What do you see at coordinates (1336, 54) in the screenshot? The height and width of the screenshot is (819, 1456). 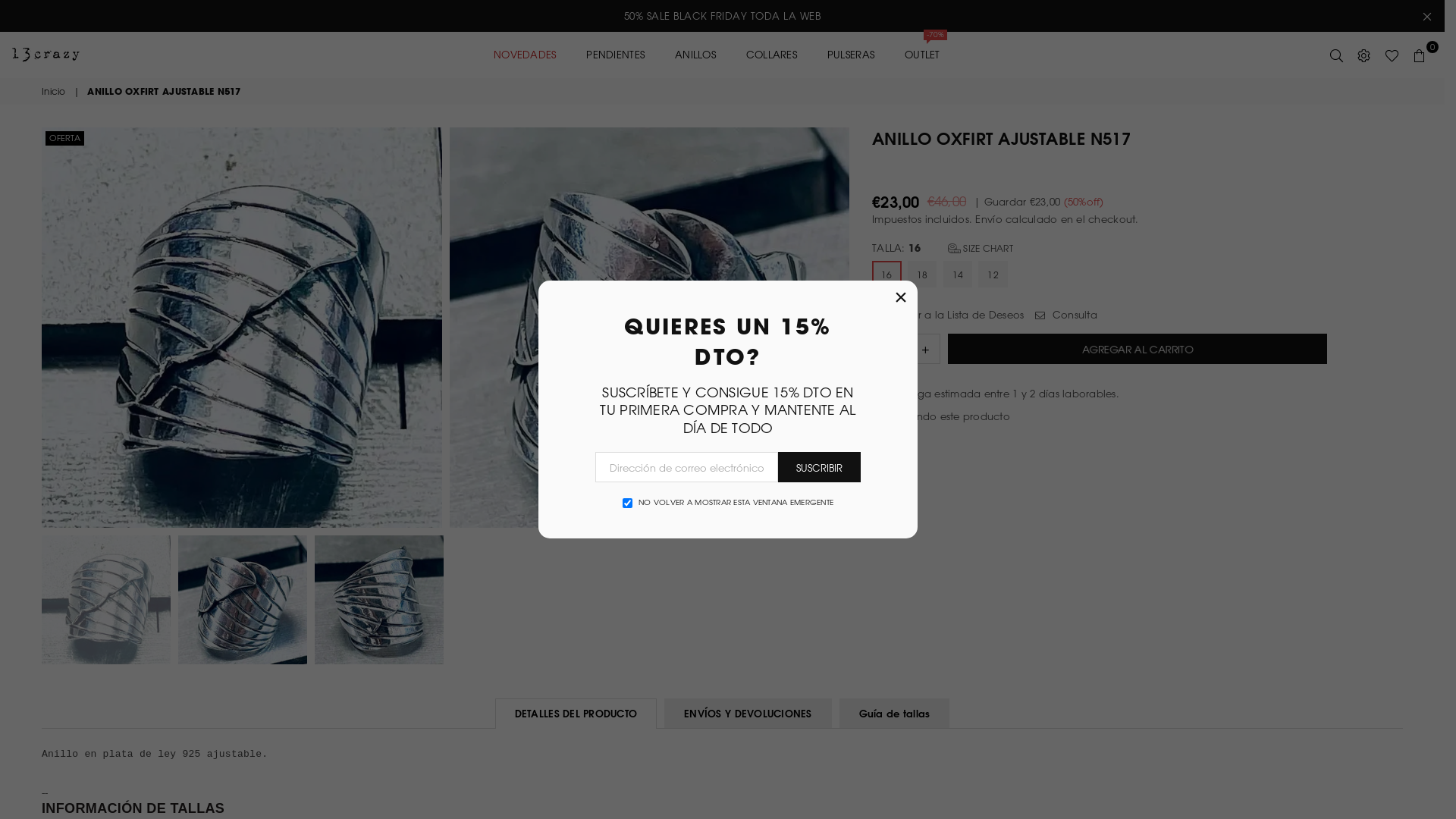 I see `'Buscar'` at bounding box center [1336, 54].